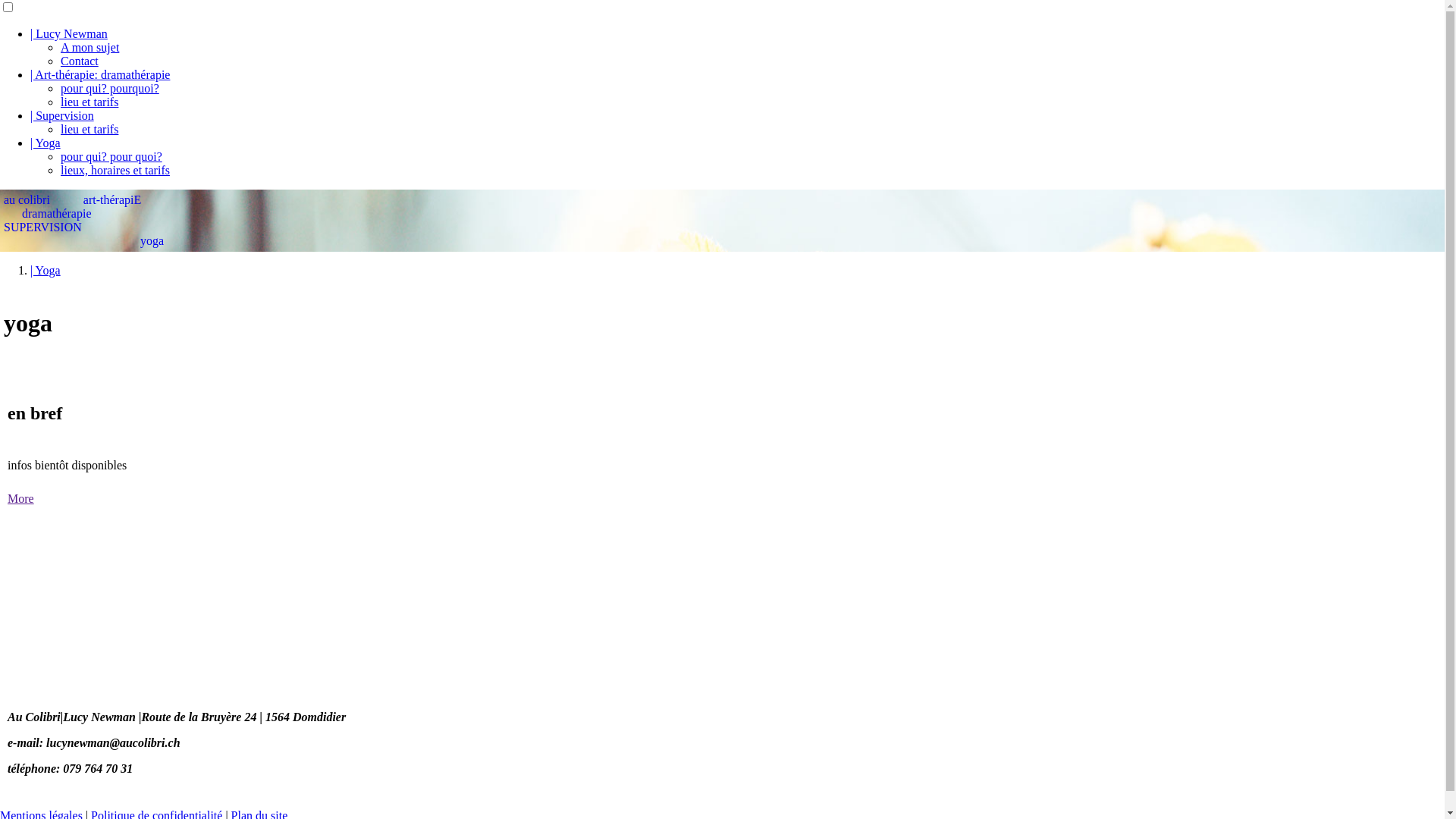 This screenshot has width=1456, height=819. Describe the element at coordinates (115, 170) in the screenshot. I see `'lieux, horaires et tarifs'` at that location.